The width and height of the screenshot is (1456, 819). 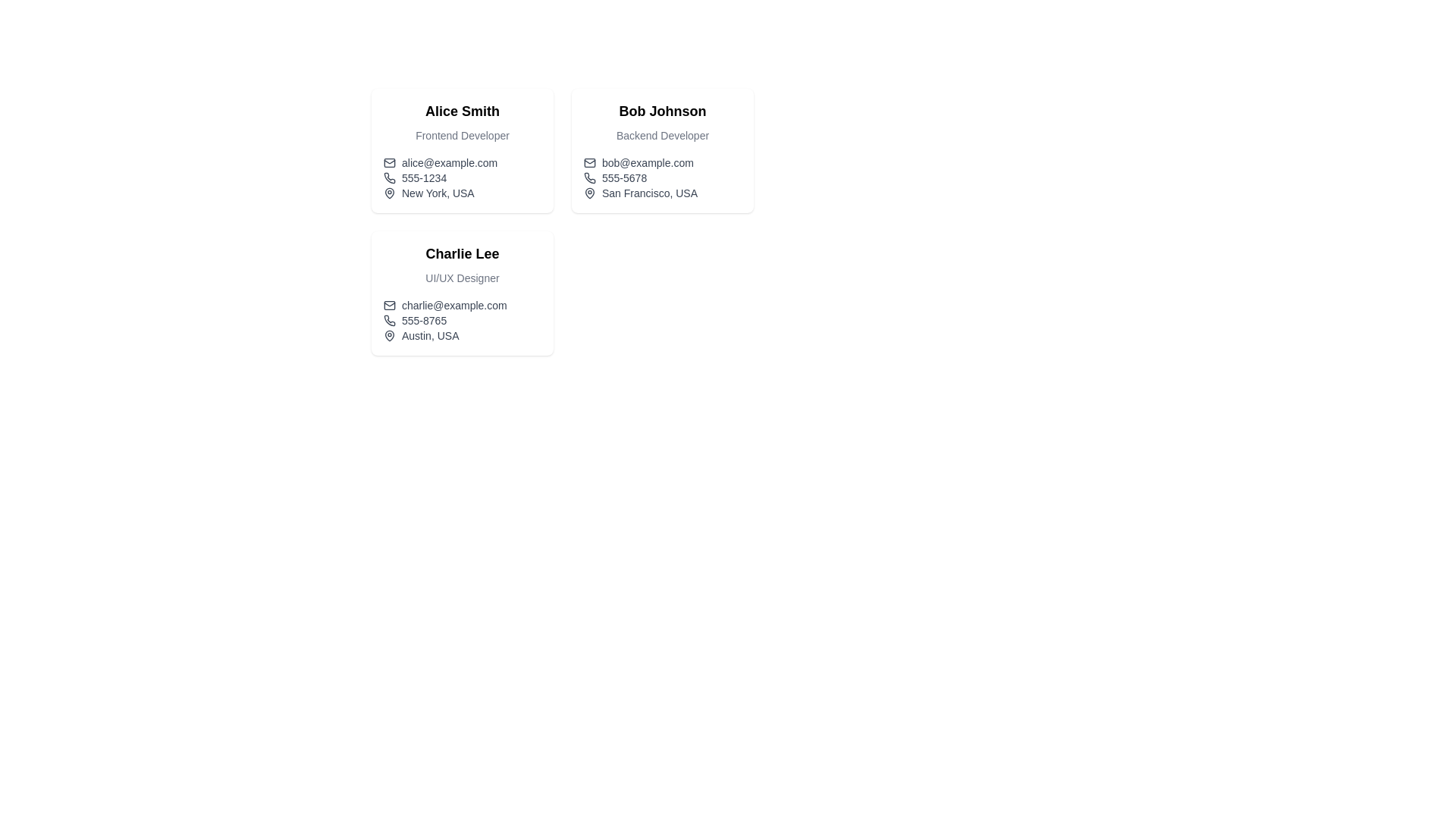 What do you see at coordinates (461, 192) in the screenshot?
I see `the Label with icon indicating the geographical location of Alice Smith, located at the bottom of her details card beneath the phone number '555-1234'` at bounding box center [461, 192].